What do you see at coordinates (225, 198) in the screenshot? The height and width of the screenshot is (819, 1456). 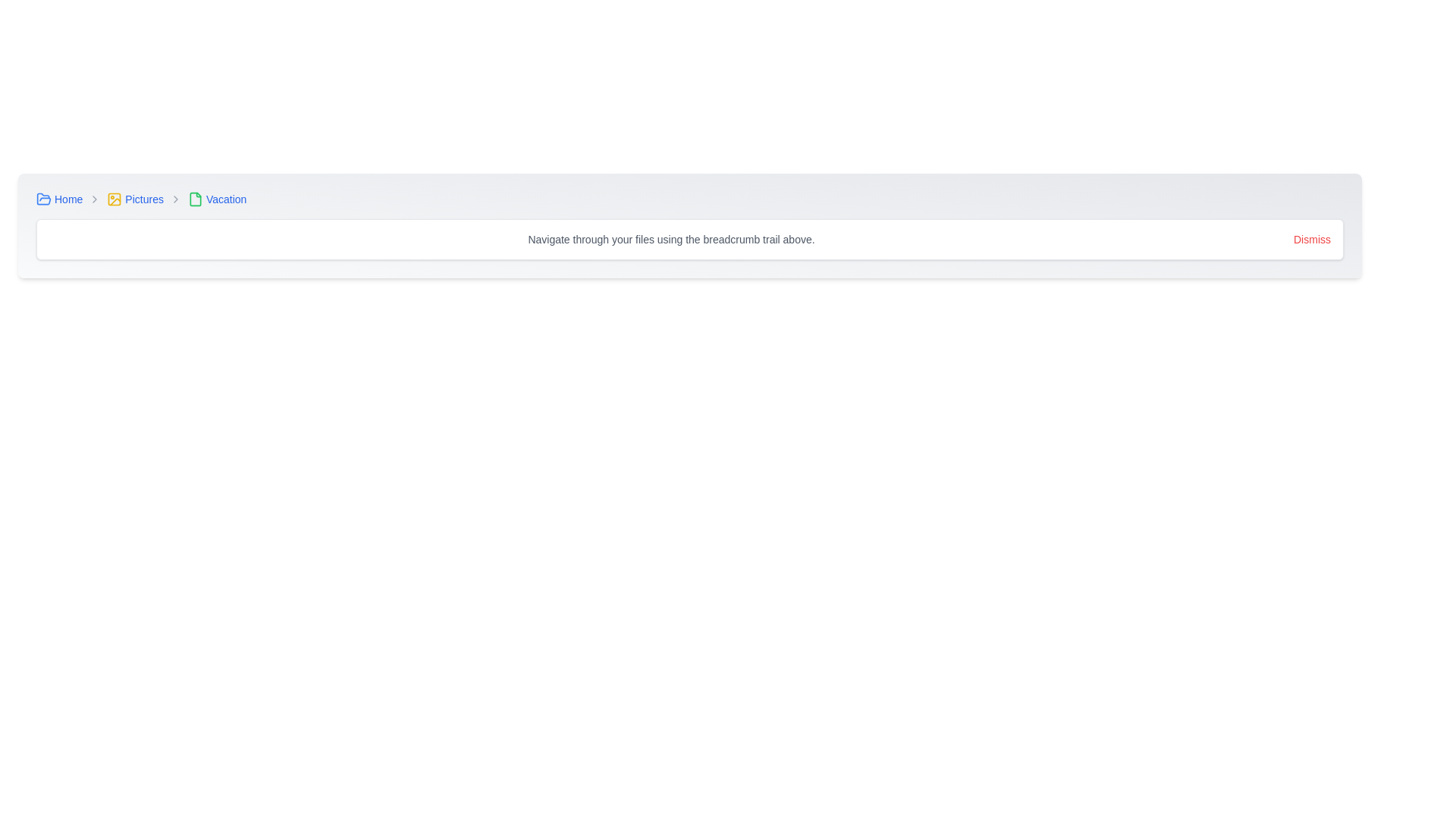 I see `the navigational link labeled 'Vacation'` at bounding box center [225, 198].